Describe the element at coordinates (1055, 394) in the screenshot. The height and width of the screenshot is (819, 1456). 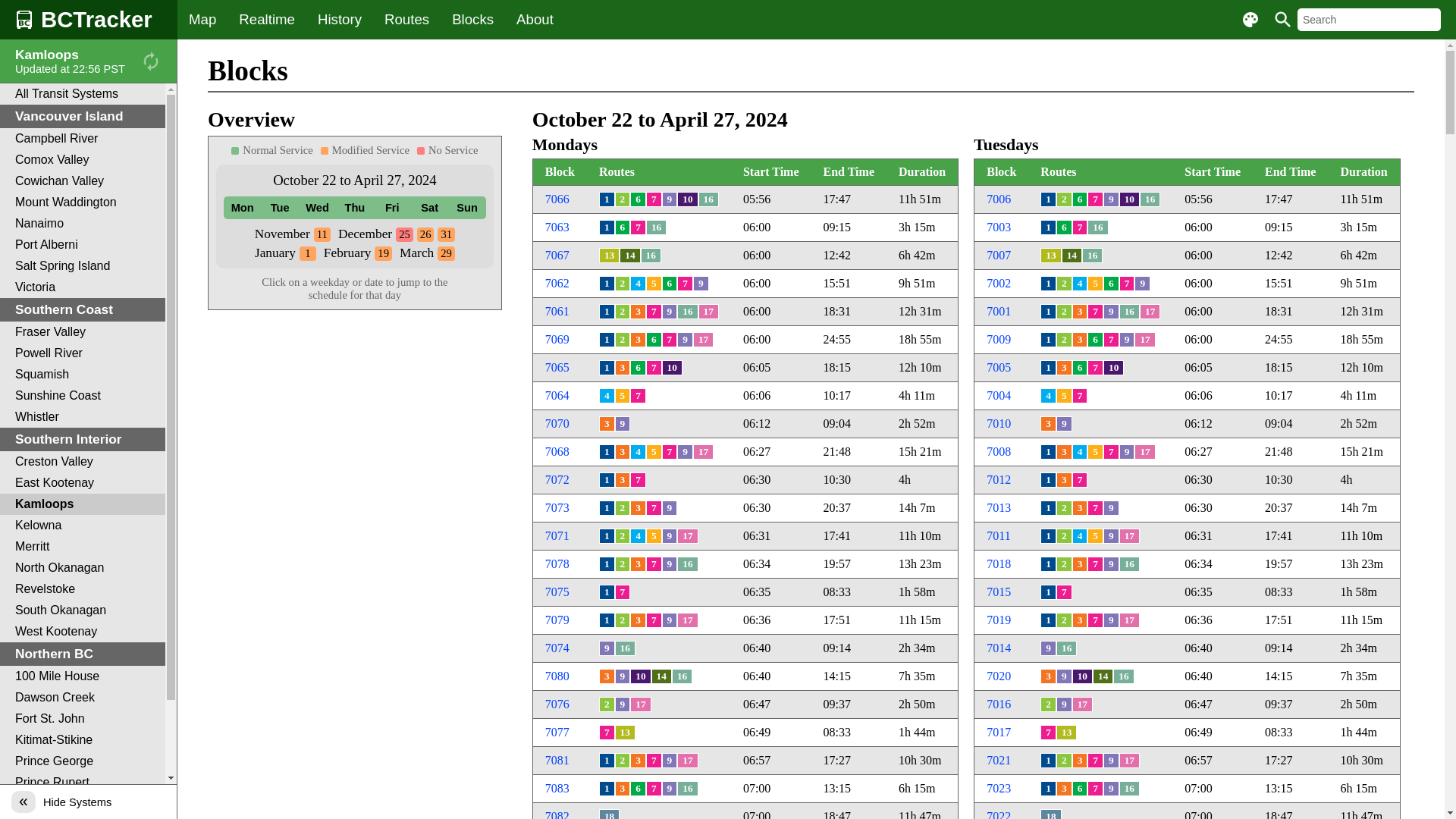
I see `'5'` at that location.